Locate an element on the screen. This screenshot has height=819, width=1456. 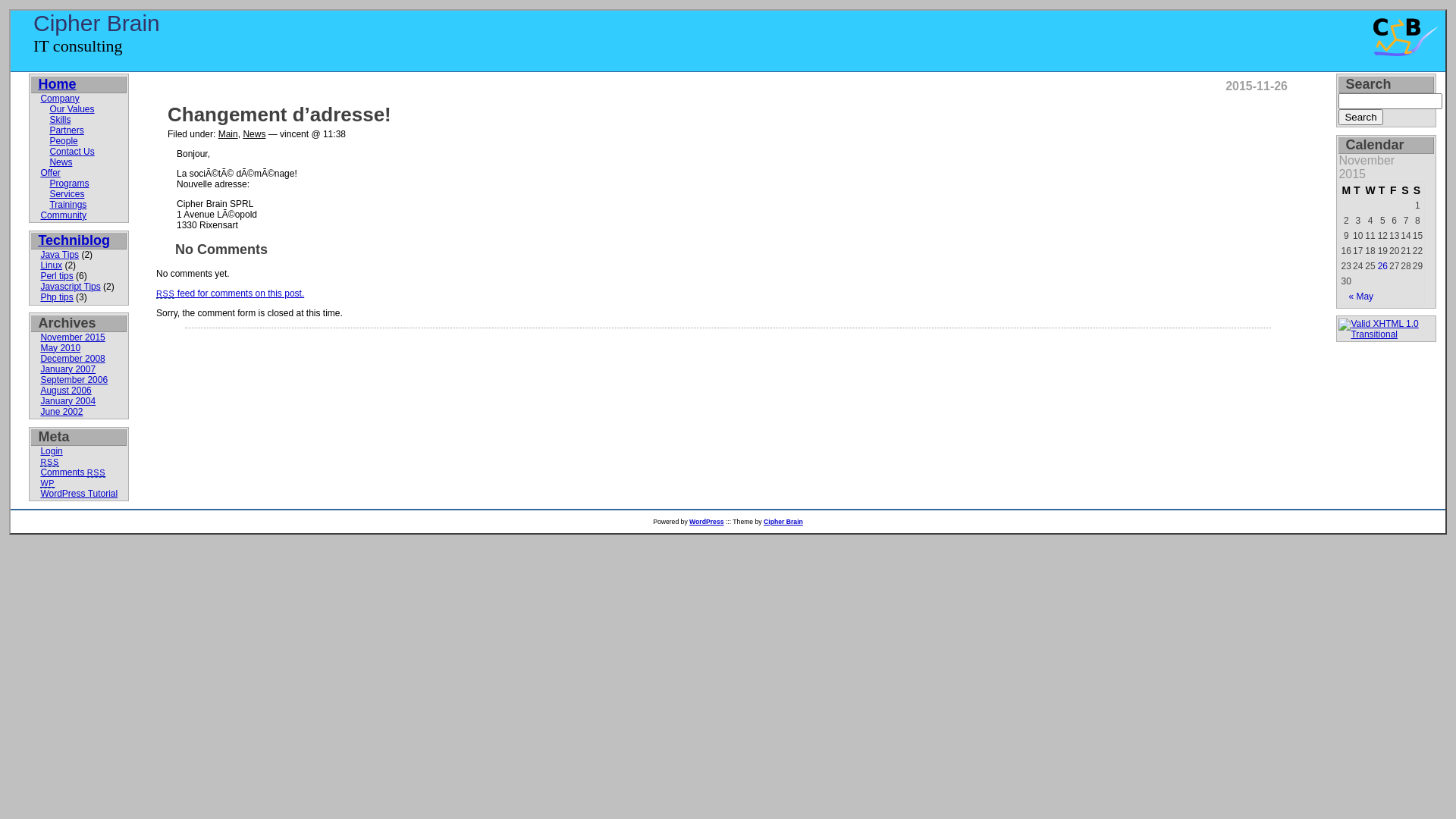
'Home' is located at coordinates (57, 84).